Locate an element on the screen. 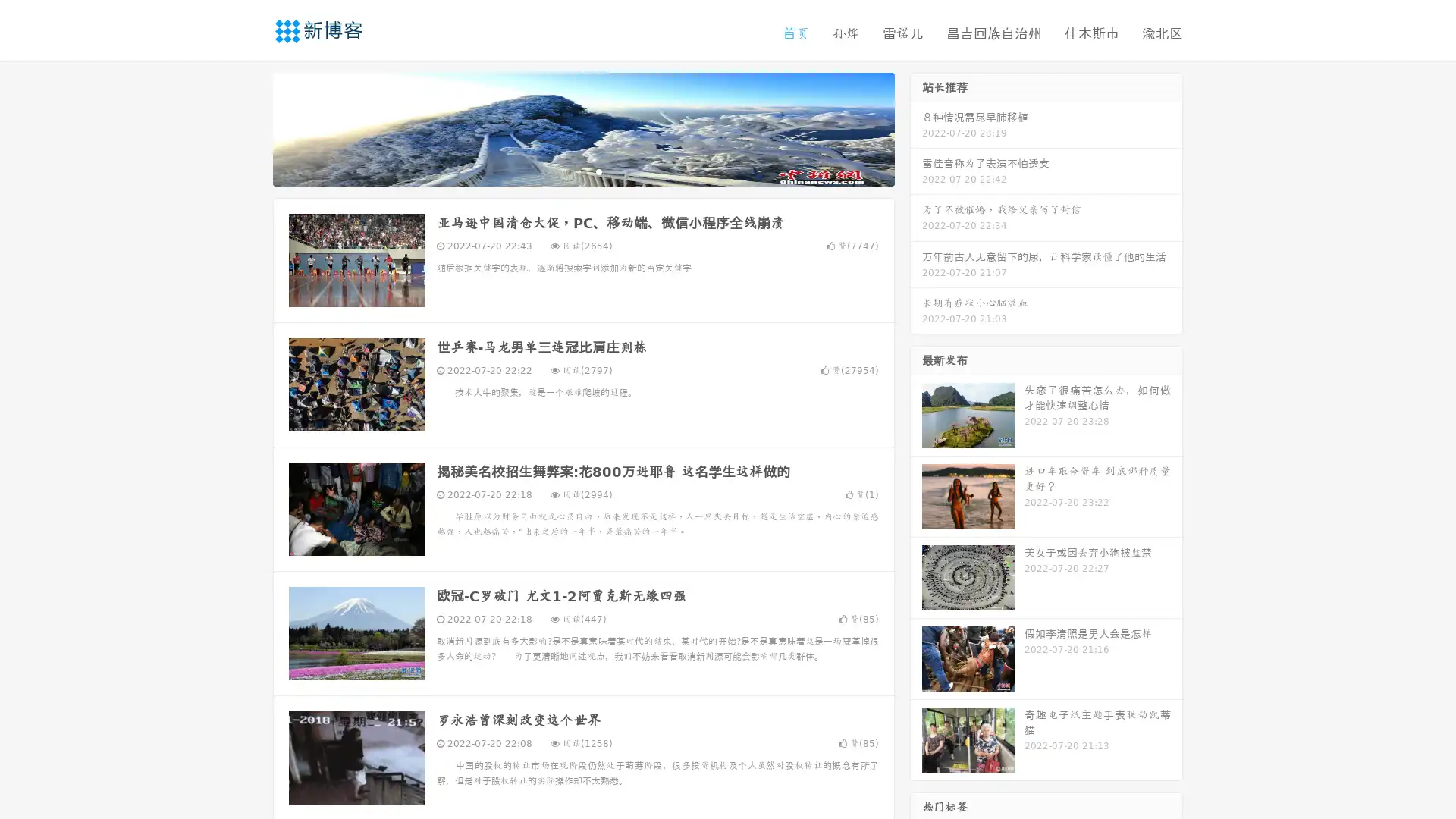 This screenshot has width=1456, height=819. Go to slide 3 is located at coordinates (598, 171).